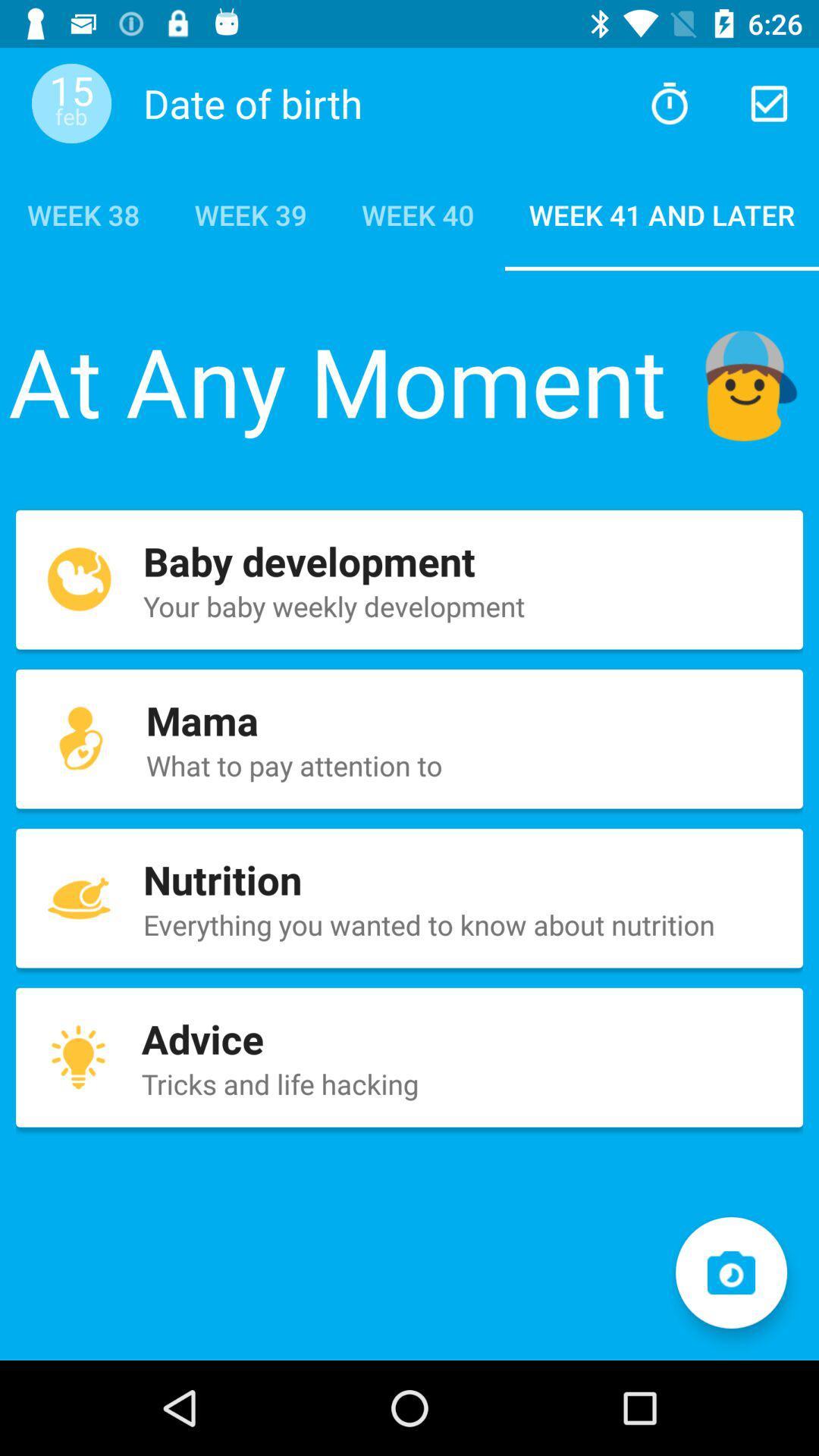  Describe the element at coordinates (730, 1272) in the screenshot. I see `take a photo` at that location.